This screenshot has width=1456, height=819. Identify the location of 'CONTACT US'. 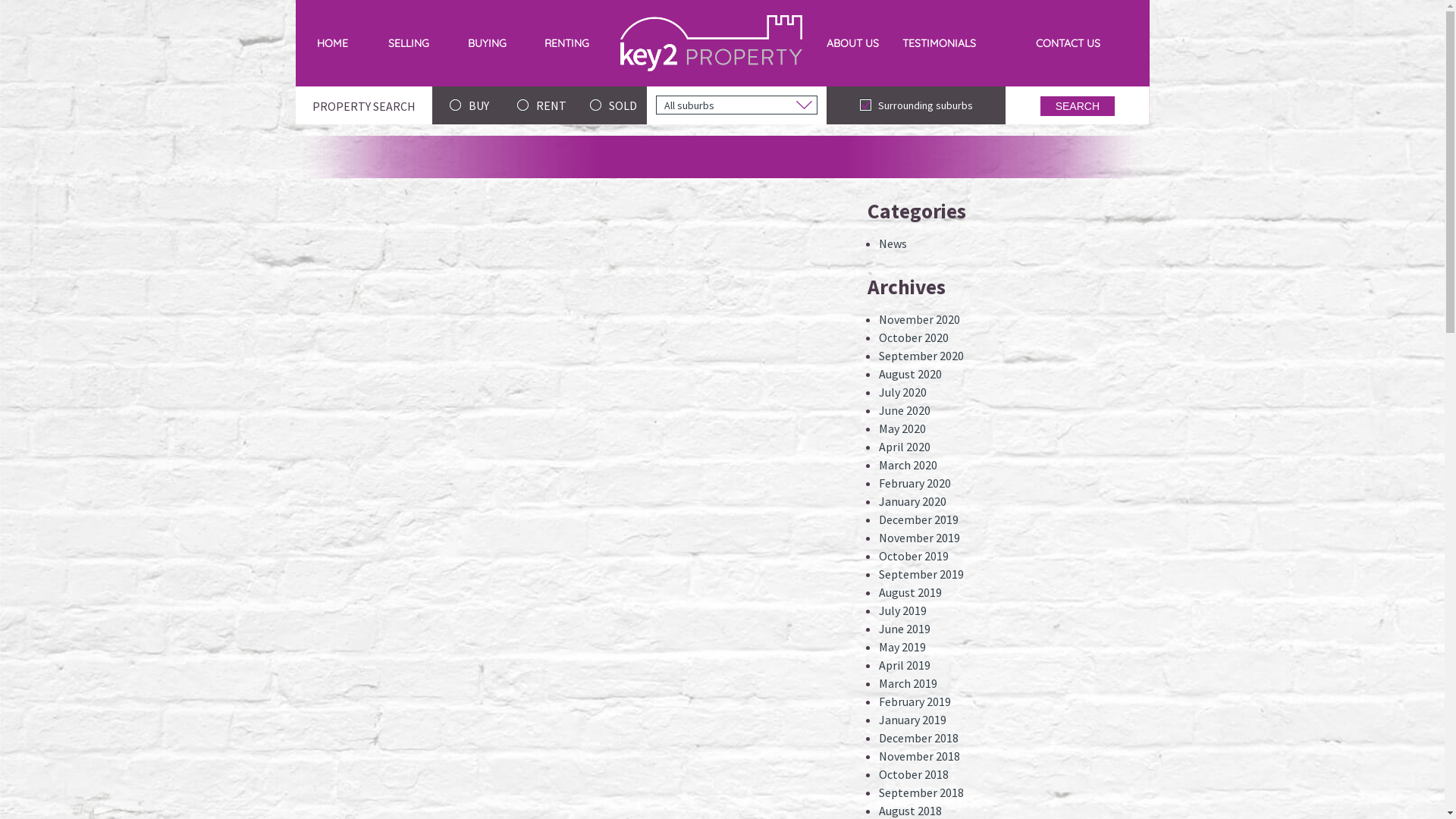
(1066, 42).